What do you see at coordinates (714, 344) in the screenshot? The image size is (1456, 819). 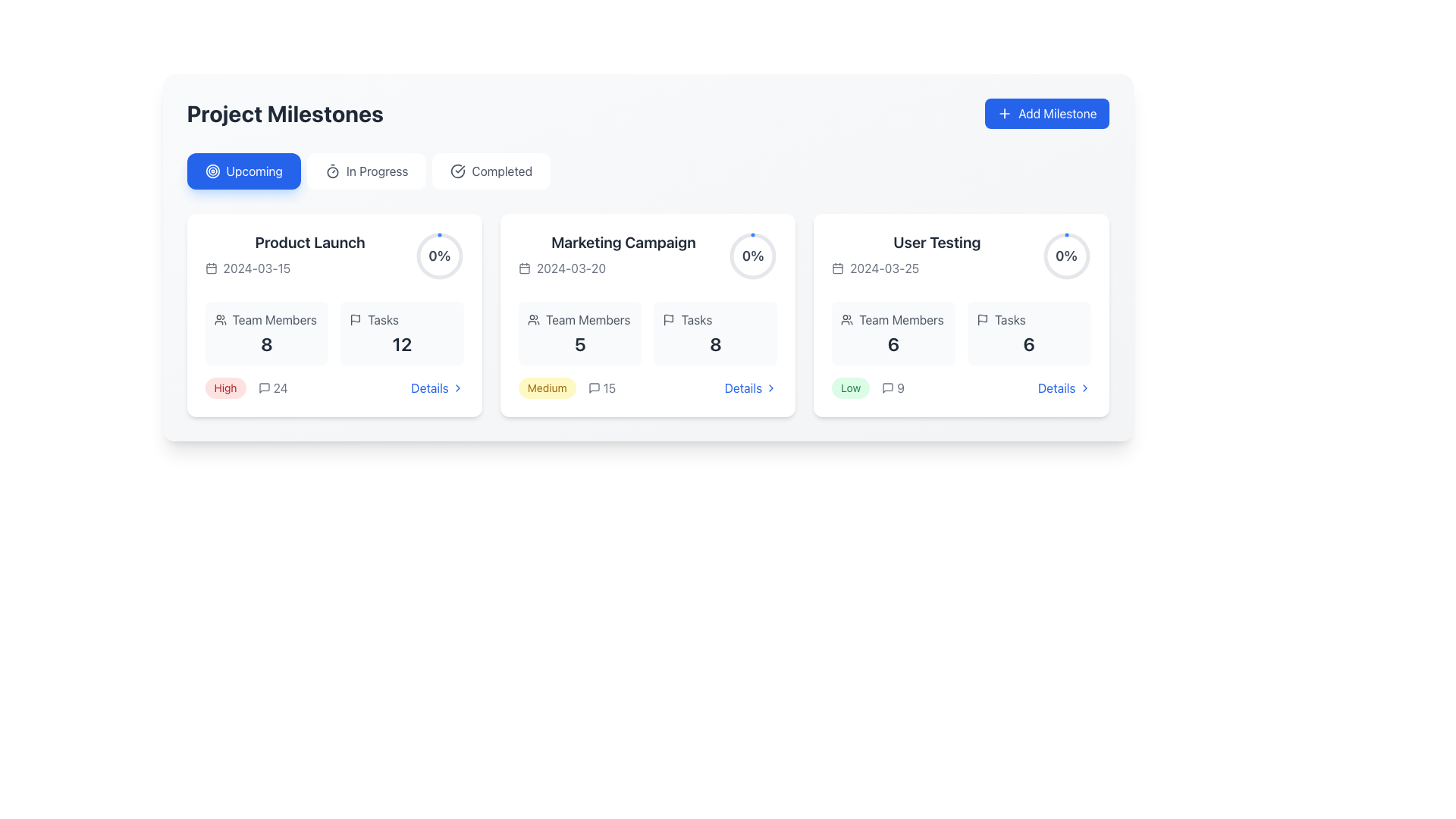 I see `the bold number '8' text label located in the second milestone card titled 'Marketing Campaign', positioned immediately to the right of the 'Tasks' label` at bounding box center [714, 344].